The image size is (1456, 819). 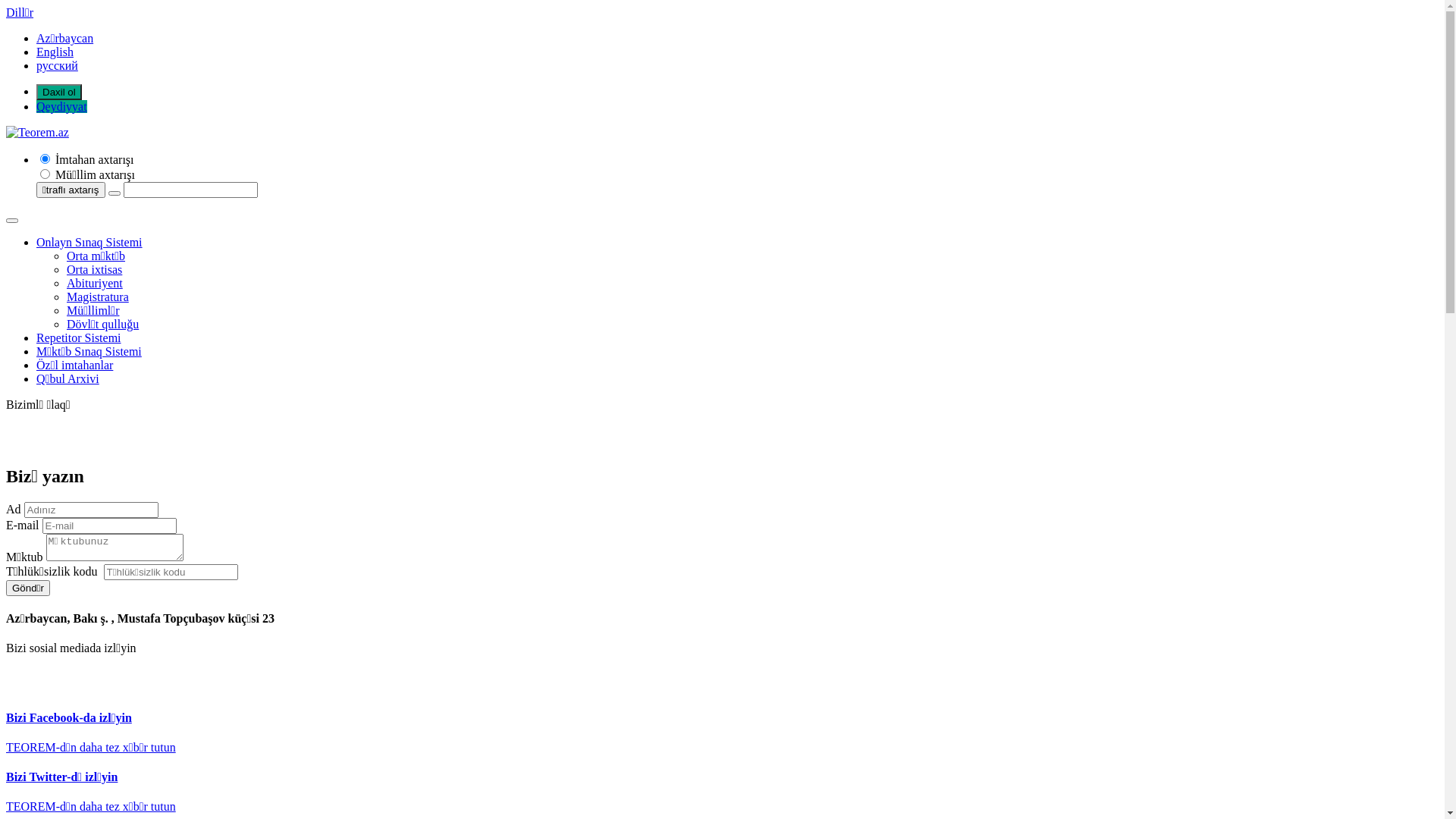 What do you see at coordinates (93, 283) in the screenshot?
I see `'Abituriyent'` at bounding box center [93, 283].